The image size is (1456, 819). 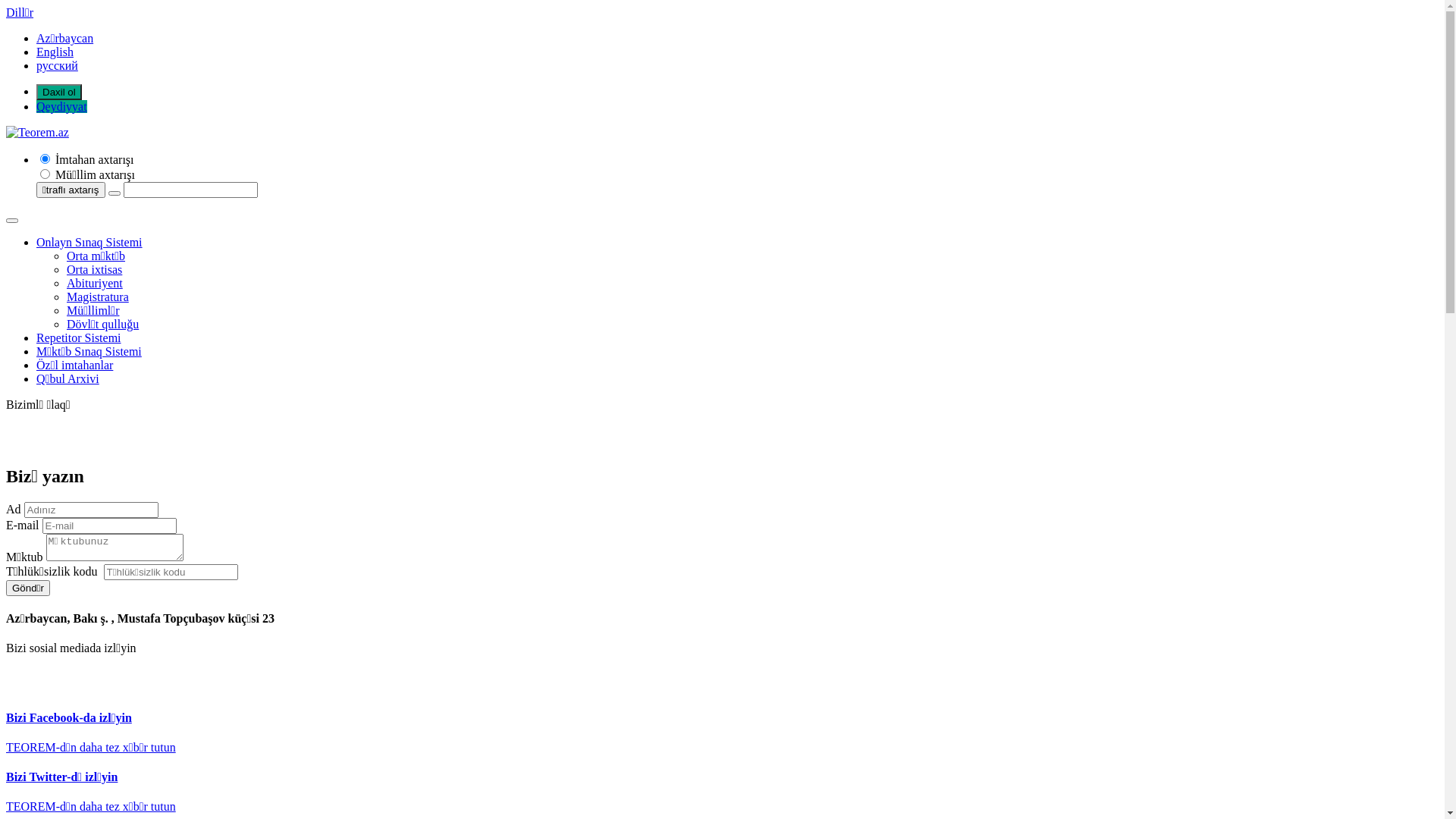 What do you see at coordinates (93, 283) in the screenshot?
I see `'Abituriyent'` at bounding box center [93, 283].